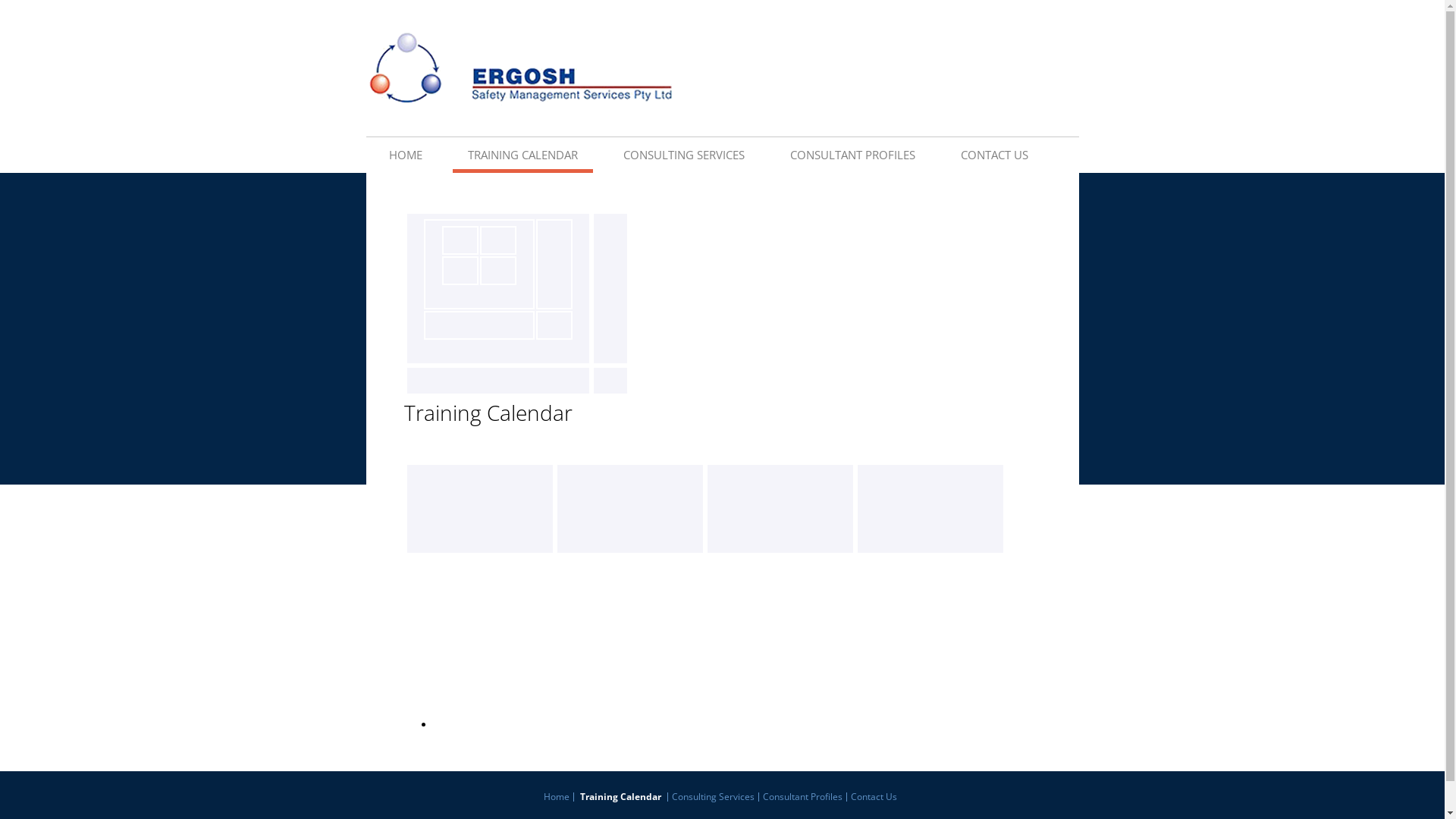 The height and width of the screenshot is (819, 1456). I want to click on 'CONTACT US', so click(944, 152).